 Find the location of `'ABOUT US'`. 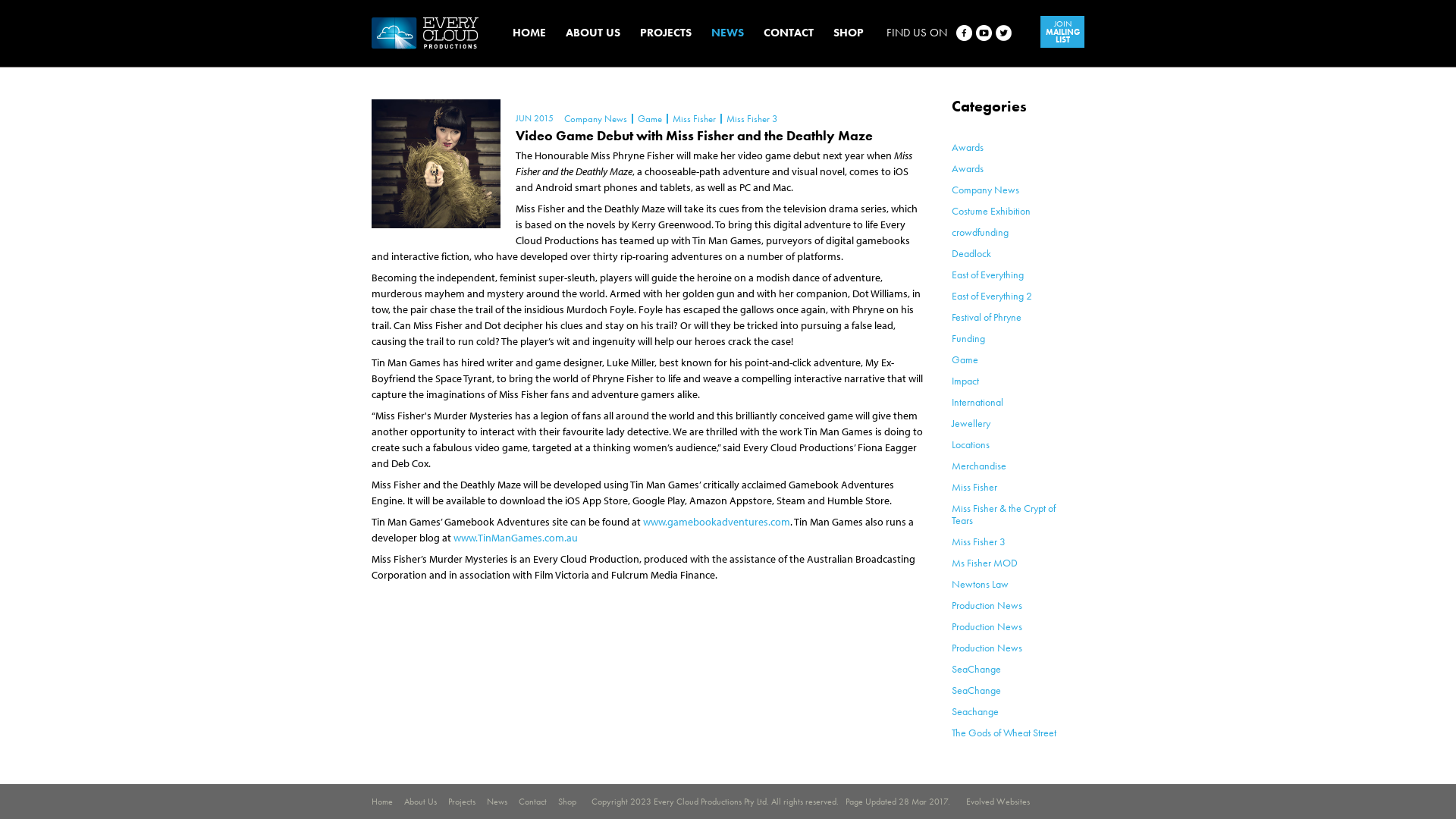

'ABOUT US' is located at coordinates (592, 32).